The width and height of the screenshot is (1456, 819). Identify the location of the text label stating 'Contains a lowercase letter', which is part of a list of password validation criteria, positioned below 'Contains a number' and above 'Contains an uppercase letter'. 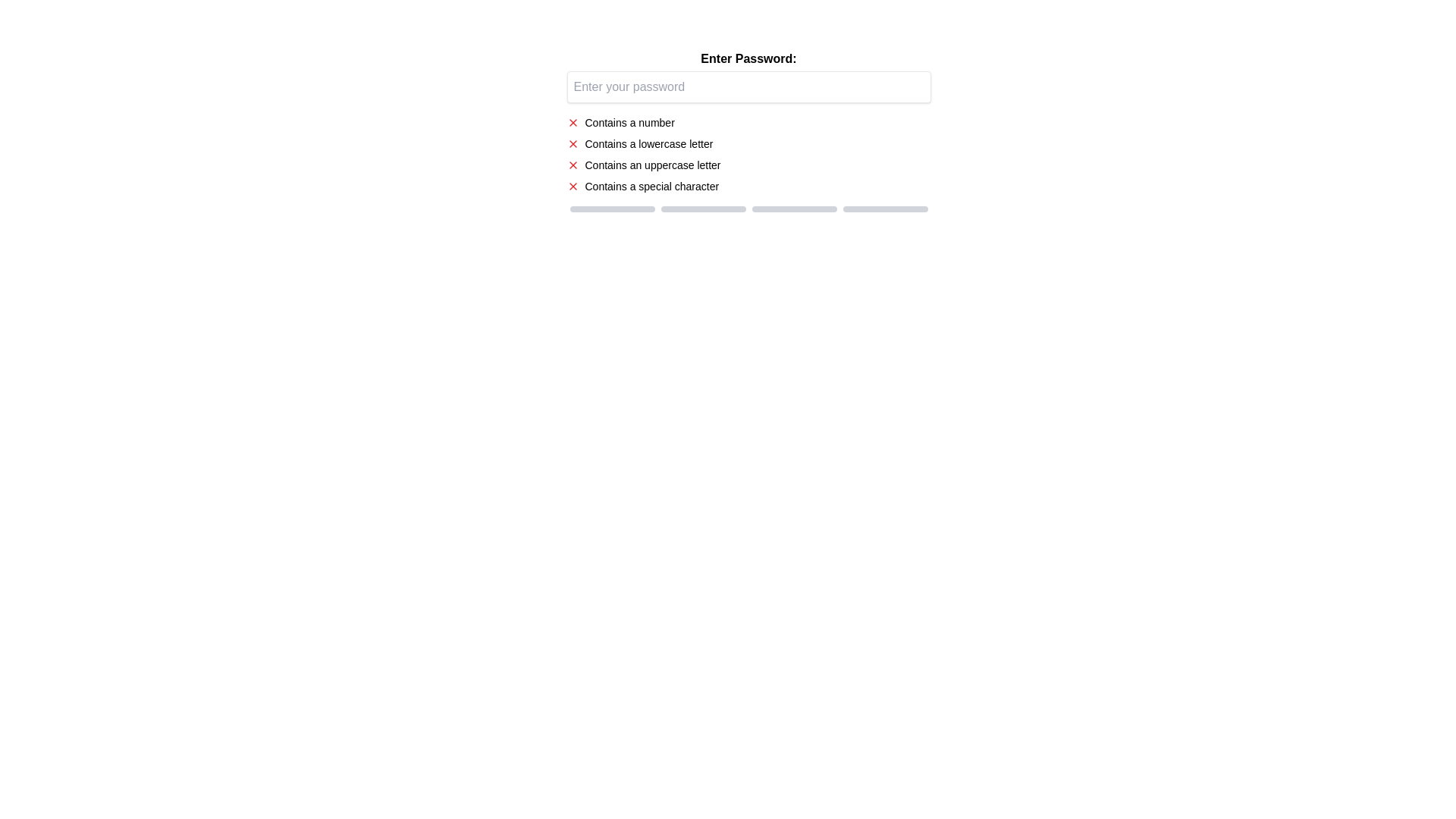
(648, 143).